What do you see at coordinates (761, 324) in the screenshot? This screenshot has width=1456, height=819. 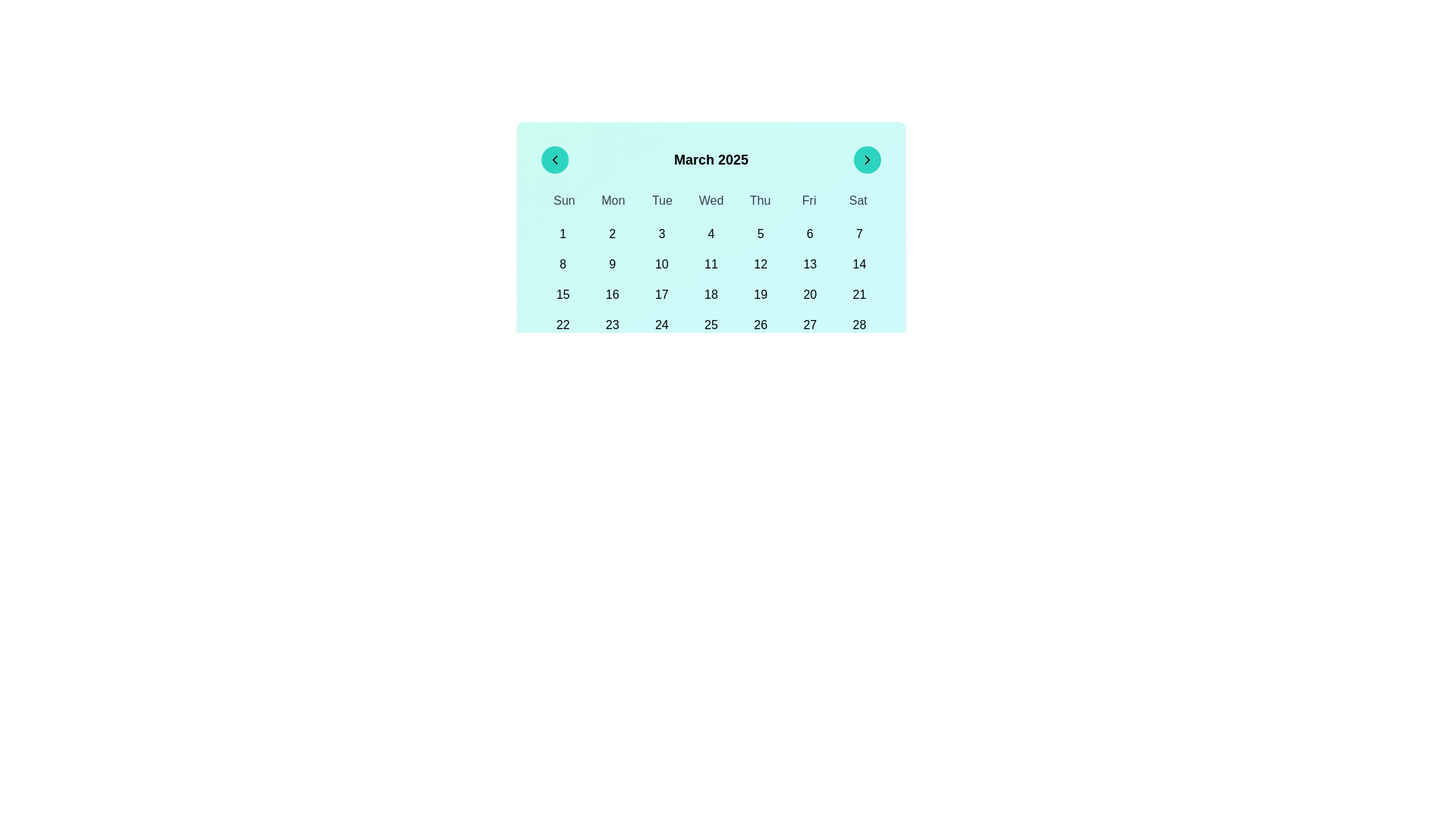 I see `the interactive button displaying the number '26' in the grid layout of the March 2025 calendar` at bounding box center [761, 324].